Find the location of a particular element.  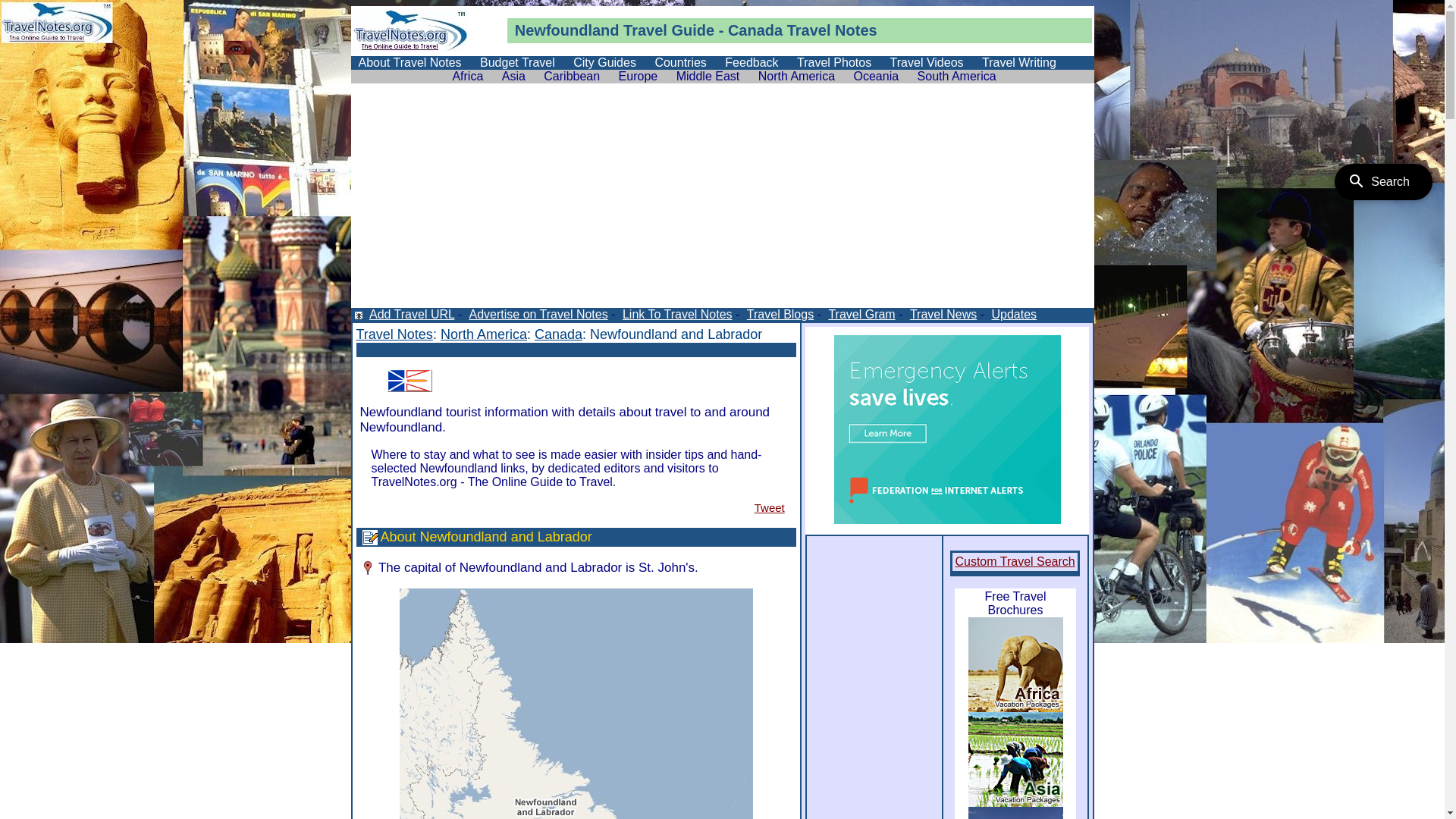

'Travel News' is located at coordinates (941, 313).